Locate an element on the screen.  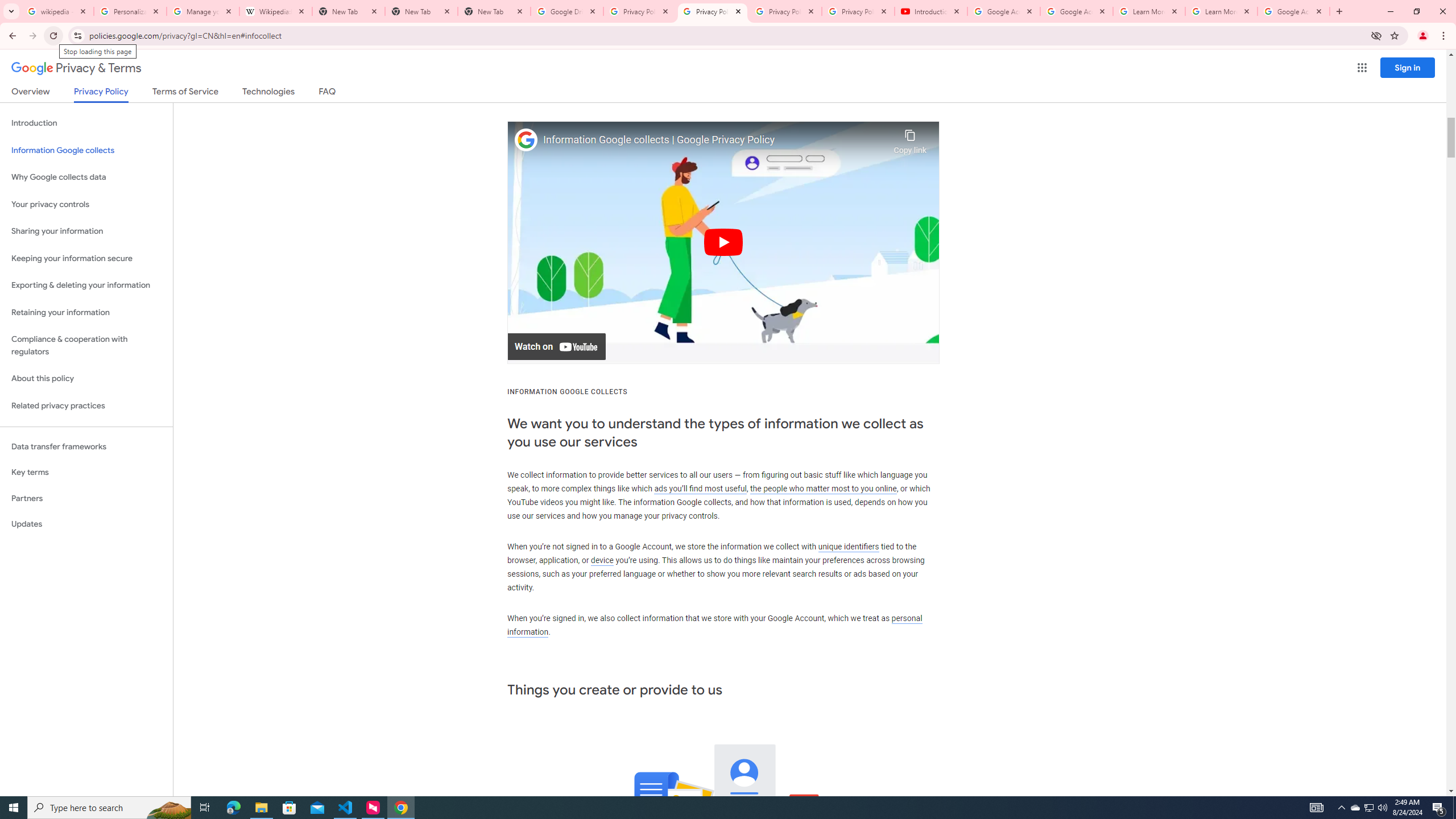
'Google apps' is located at coordinates (1361, 67).